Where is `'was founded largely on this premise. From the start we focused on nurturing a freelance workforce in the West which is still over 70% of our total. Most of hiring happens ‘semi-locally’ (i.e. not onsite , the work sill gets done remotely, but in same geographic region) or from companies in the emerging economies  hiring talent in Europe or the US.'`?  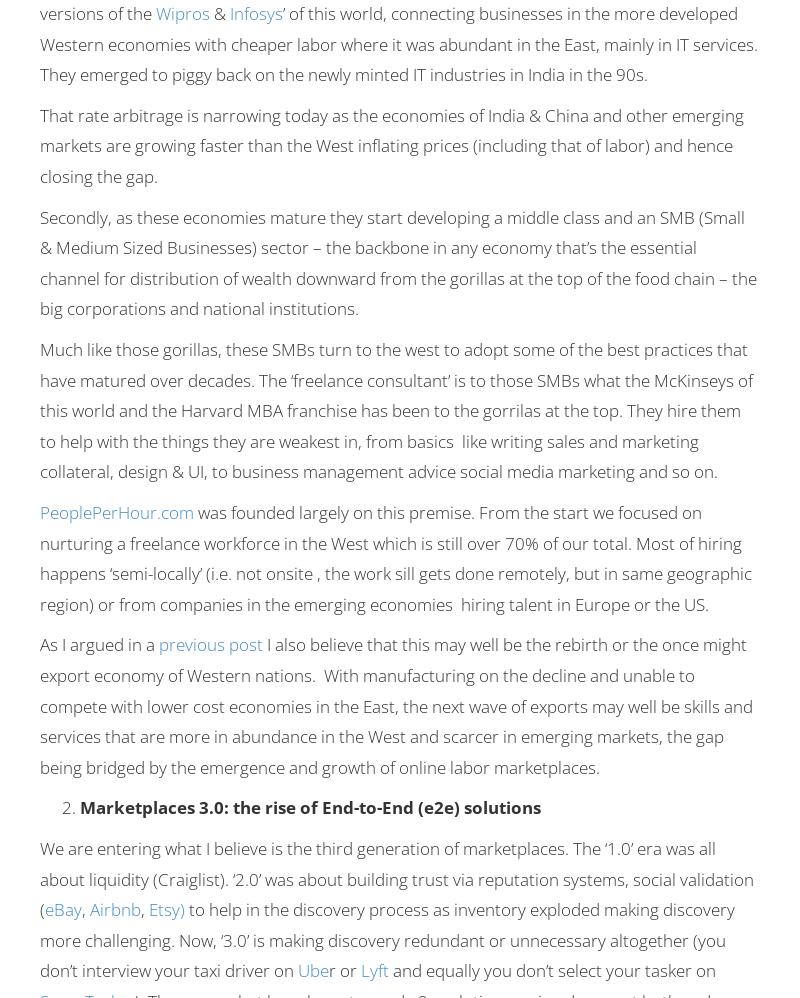 'was founded largely on this premise. From the start we focused on nurturing a freelance workforce in the West which is still over 70% of our total. Most of hiring happens ‘semi-locally’ (i.e. not onsite , the work sill gets done remotely, but in same geographic region) or from companies in the emerging economies  hiring talent in Europe or the US.' is located at coordinates (395, 556).